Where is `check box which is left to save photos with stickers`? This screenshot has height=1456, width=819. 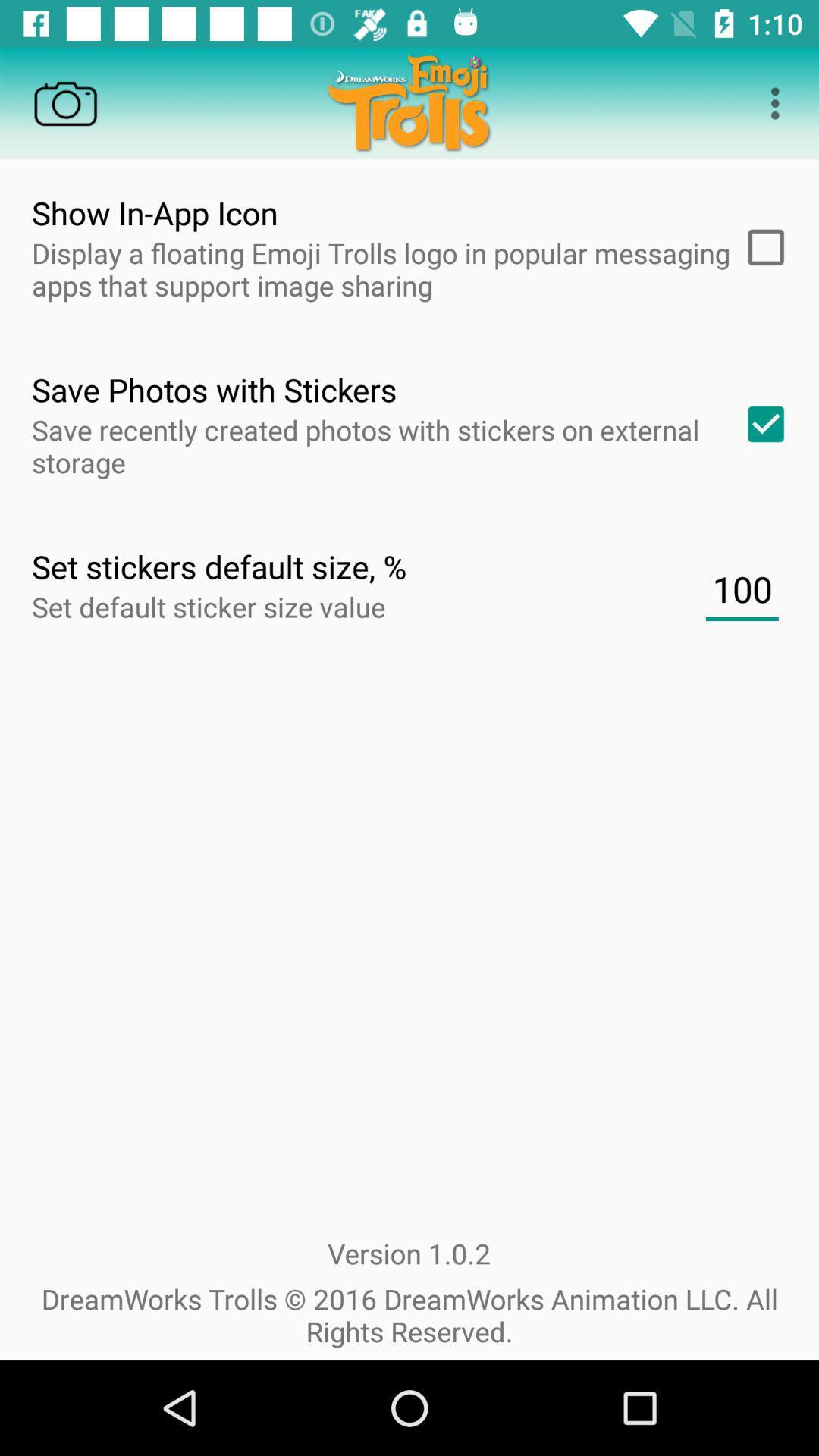
check box which is left to save photos with stickers is located at coordinates (761, 425).